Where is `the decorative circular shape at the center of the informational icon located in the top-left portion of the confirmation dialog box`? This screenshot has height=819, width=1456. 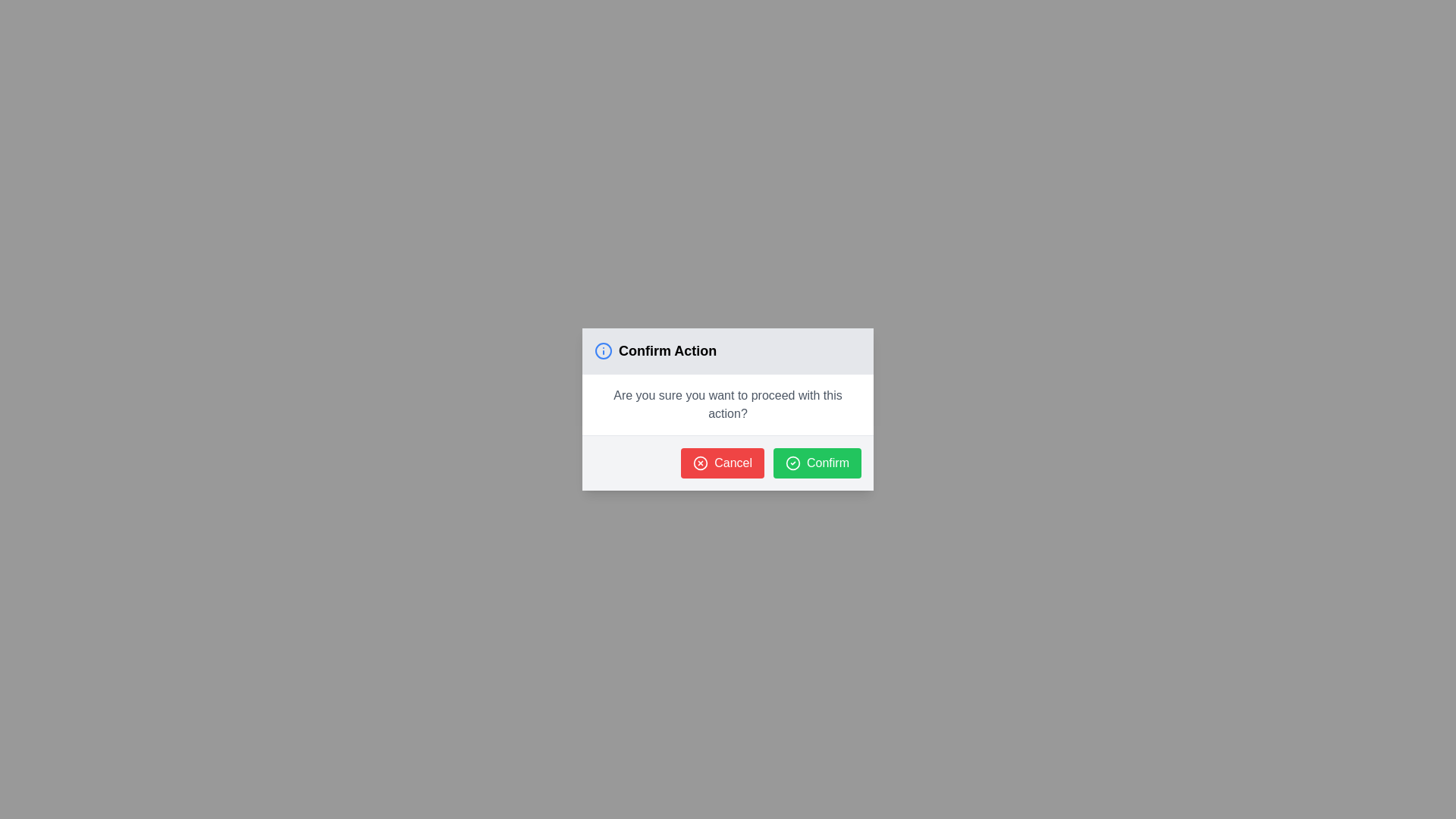 the decorative circular shape at the center of the informational icon located in the top-left portion of the confirmation dialog box is located at coordinates (603, 350).